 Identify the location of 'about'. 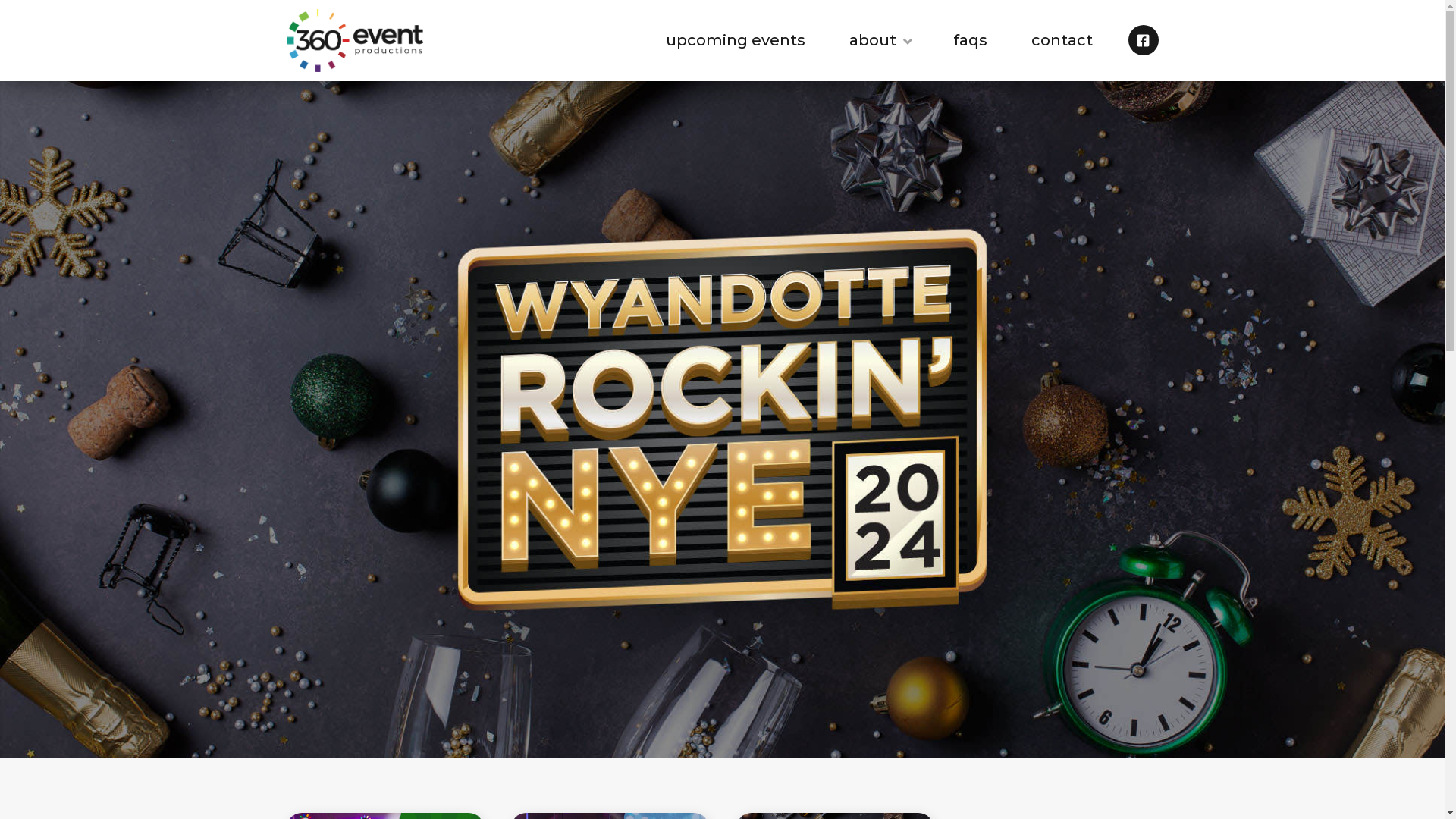
(879, 39).